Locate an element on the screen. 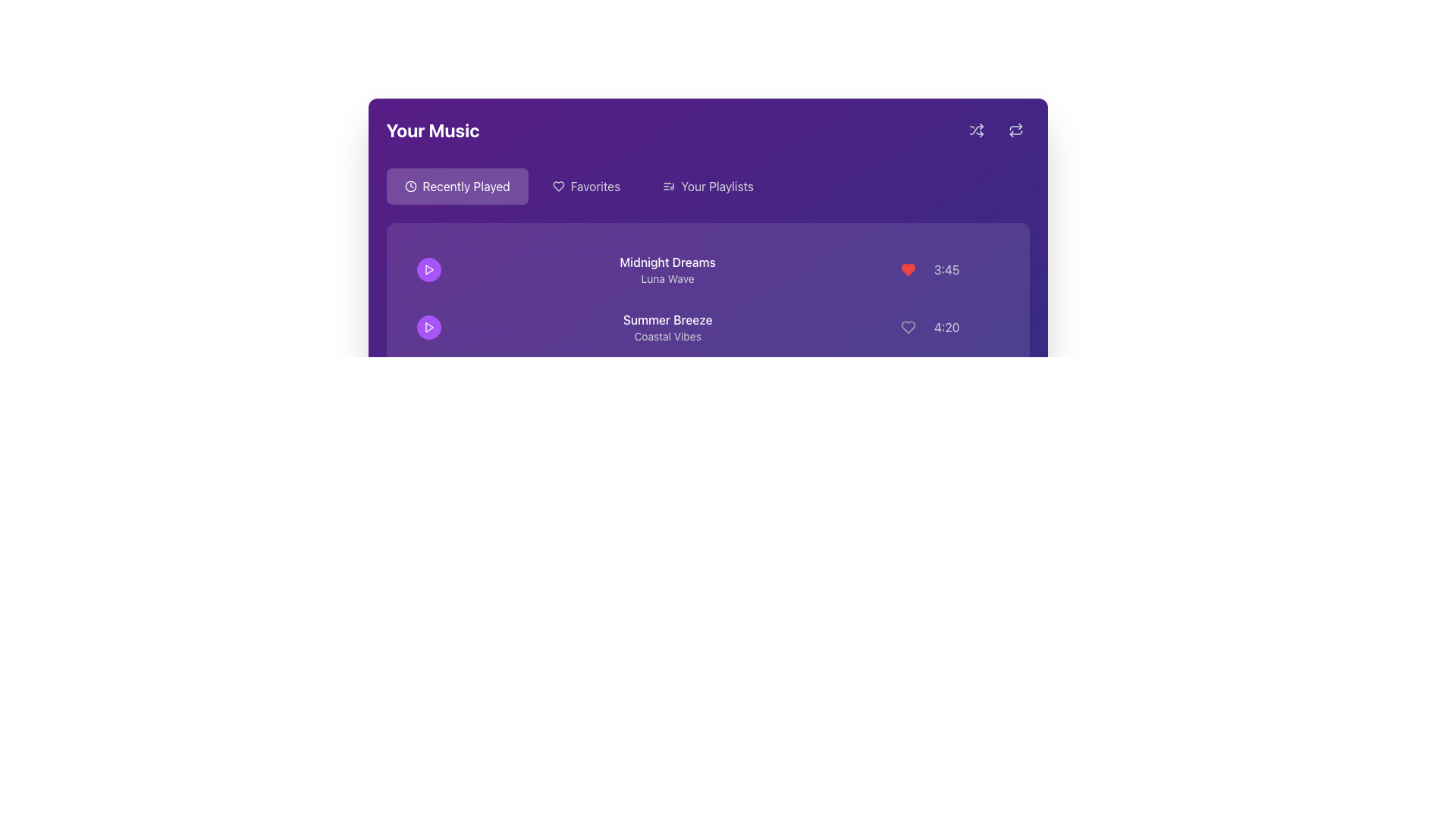 The width and height of the screenshot is (1456, 819). the textual display component that shows the title 'Summer Breeze' and subtitle 'Coastal Vibes' is located at coordinates (667, 327).